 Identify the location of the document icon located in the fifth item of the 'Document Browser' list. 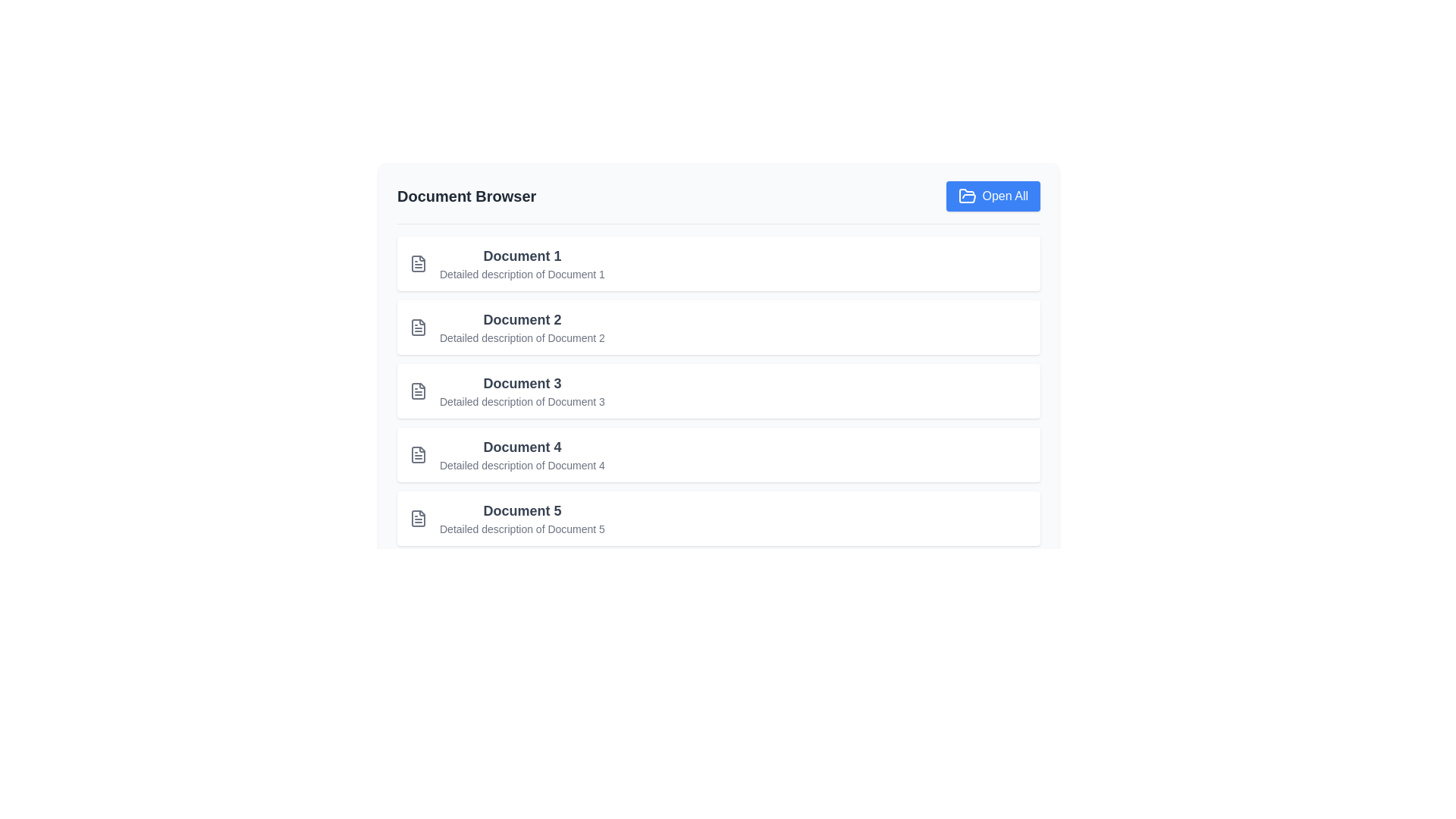
(419, 517).